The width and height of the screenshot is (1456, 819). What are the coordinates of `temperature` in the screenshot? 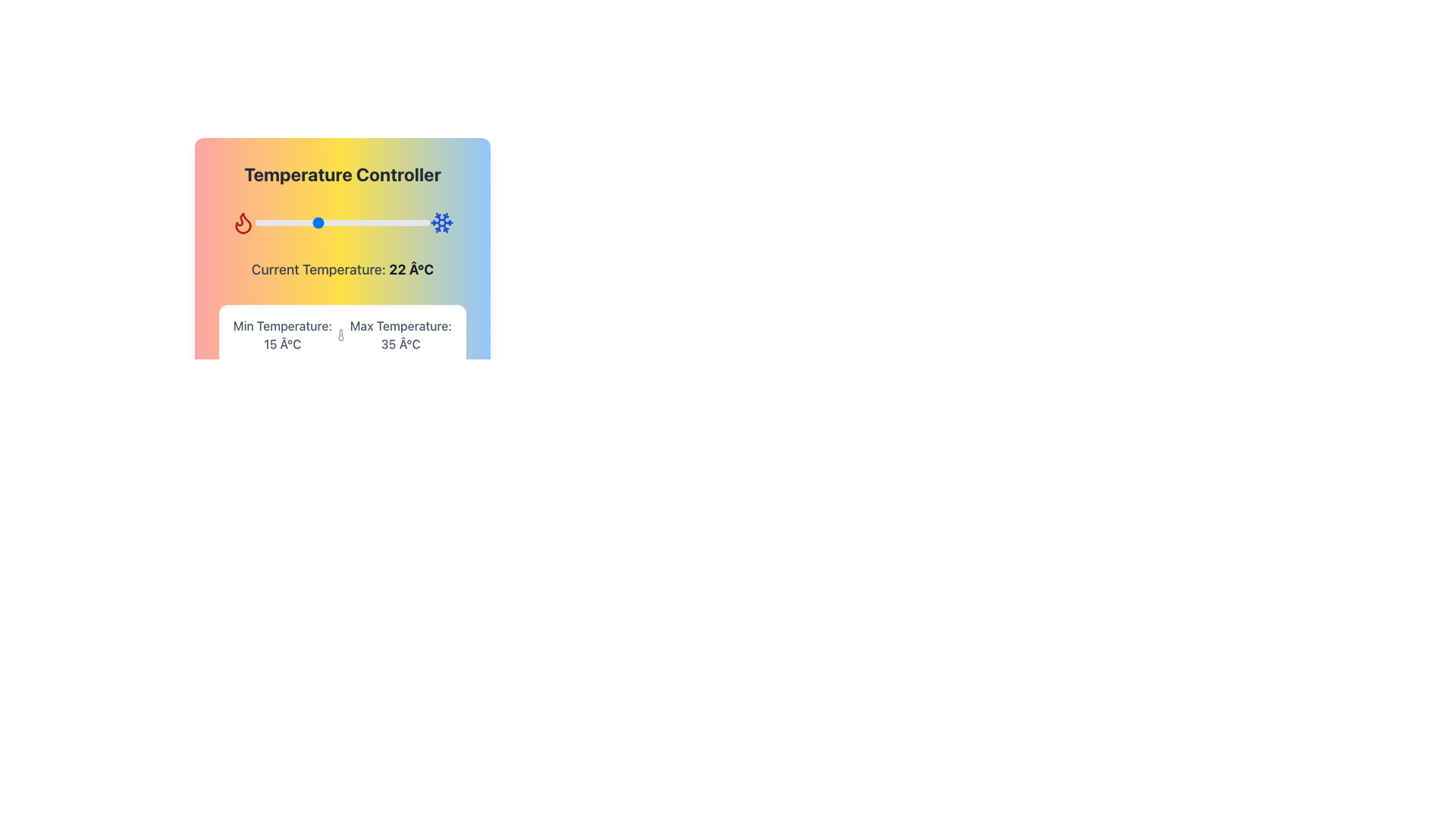 It's located at (421, 222).